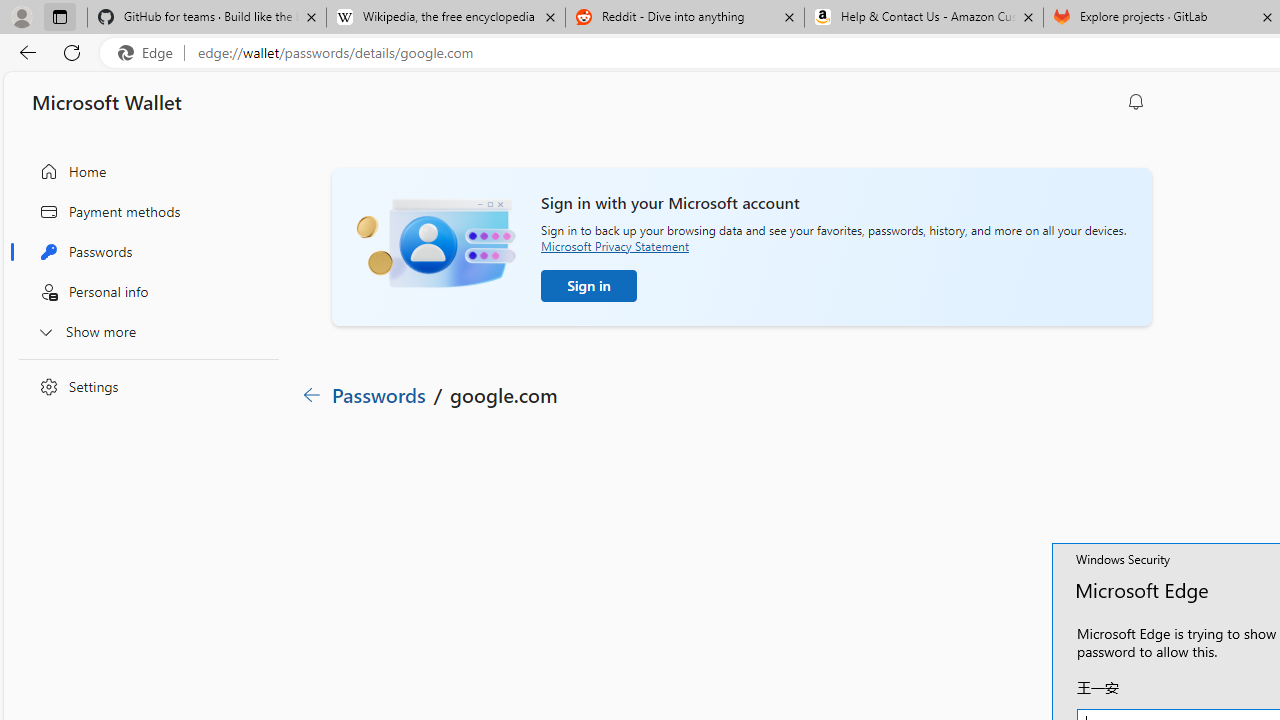 The height and width of the screenshot is (720, 1280). I want to click on 'Microsoft Privacy Statement', so click(614, 245).